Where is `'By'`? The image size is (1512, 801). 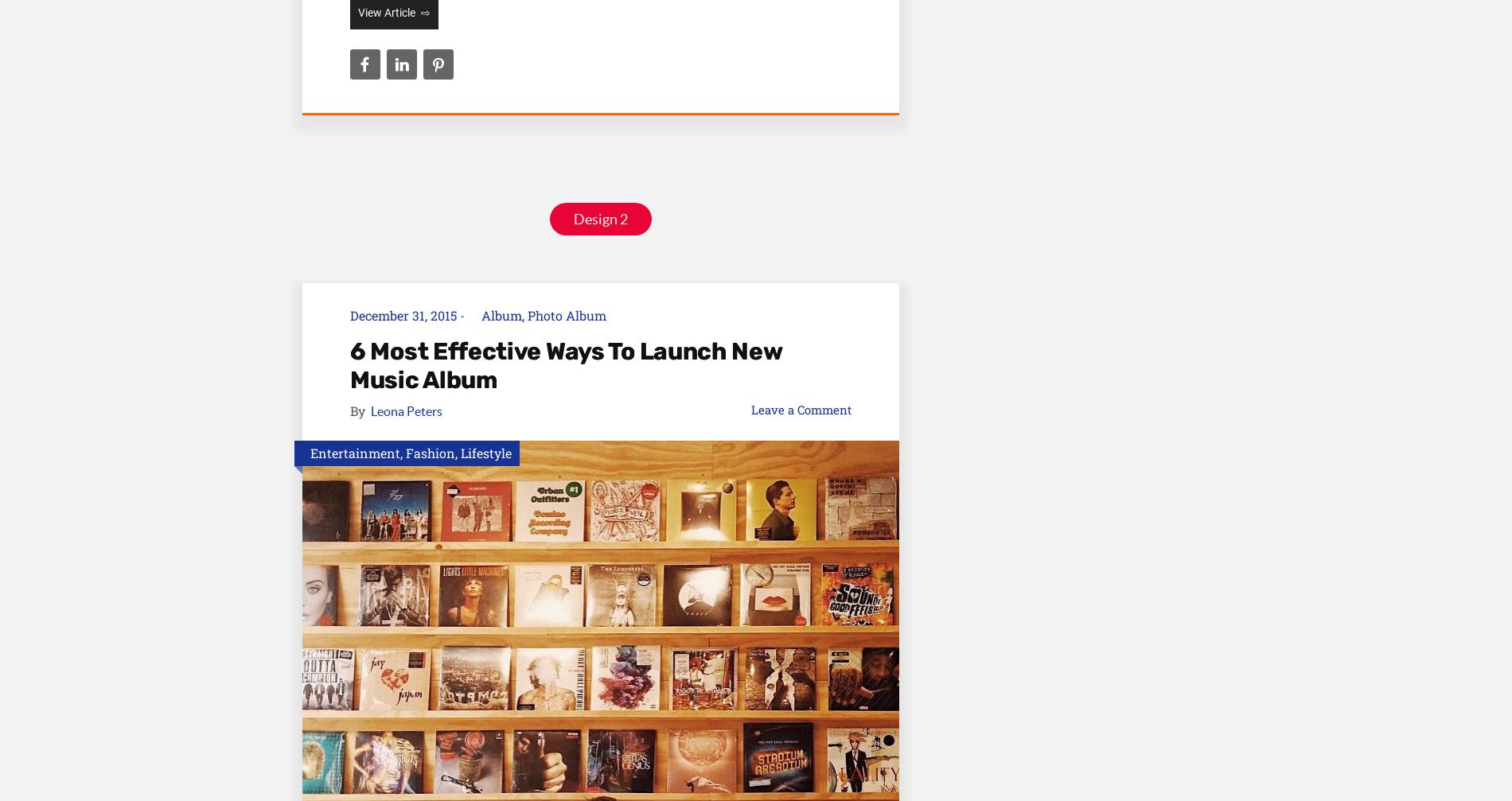 'By' is located at coordinates (358, 410).